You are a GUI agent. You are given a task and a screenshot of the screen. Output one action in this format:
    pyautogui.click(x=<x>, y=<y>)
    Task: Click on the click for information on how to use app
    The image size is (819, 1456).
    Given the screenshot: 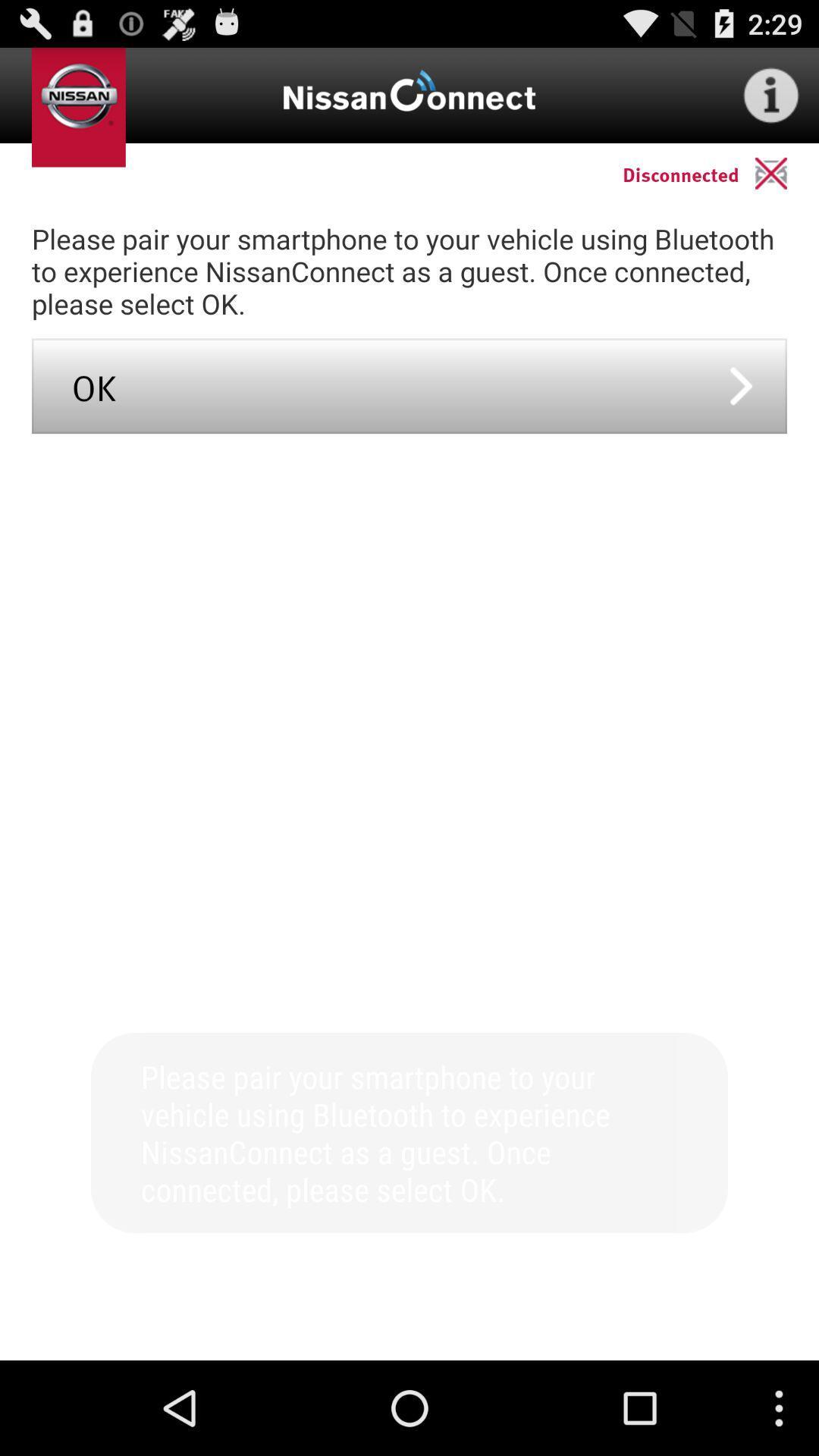 What is the action you would take?
    pyautogui.click(x=771, y=94)
    